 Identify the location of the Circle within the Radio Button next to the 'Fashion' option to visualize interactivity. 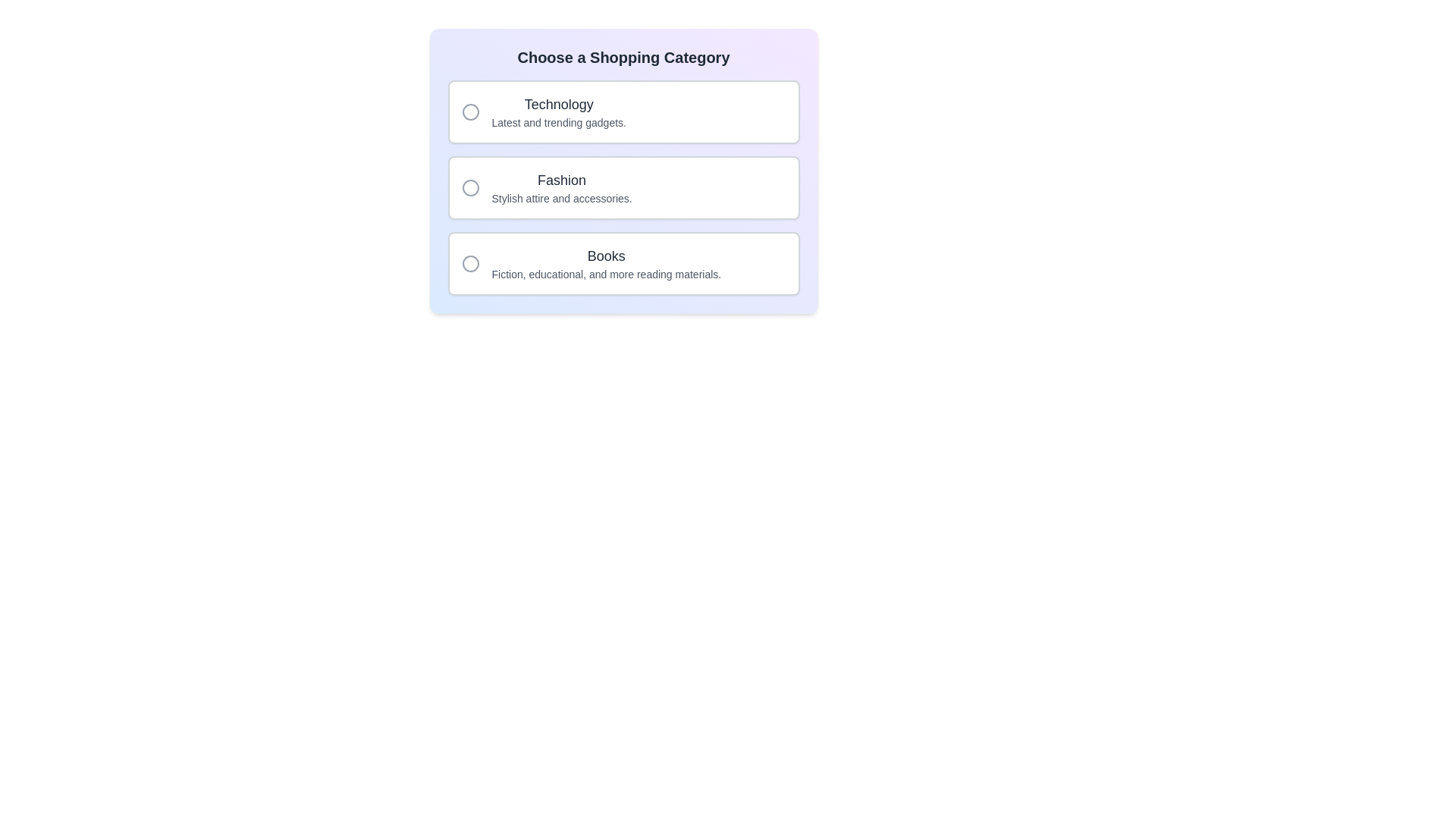
(469, 187).